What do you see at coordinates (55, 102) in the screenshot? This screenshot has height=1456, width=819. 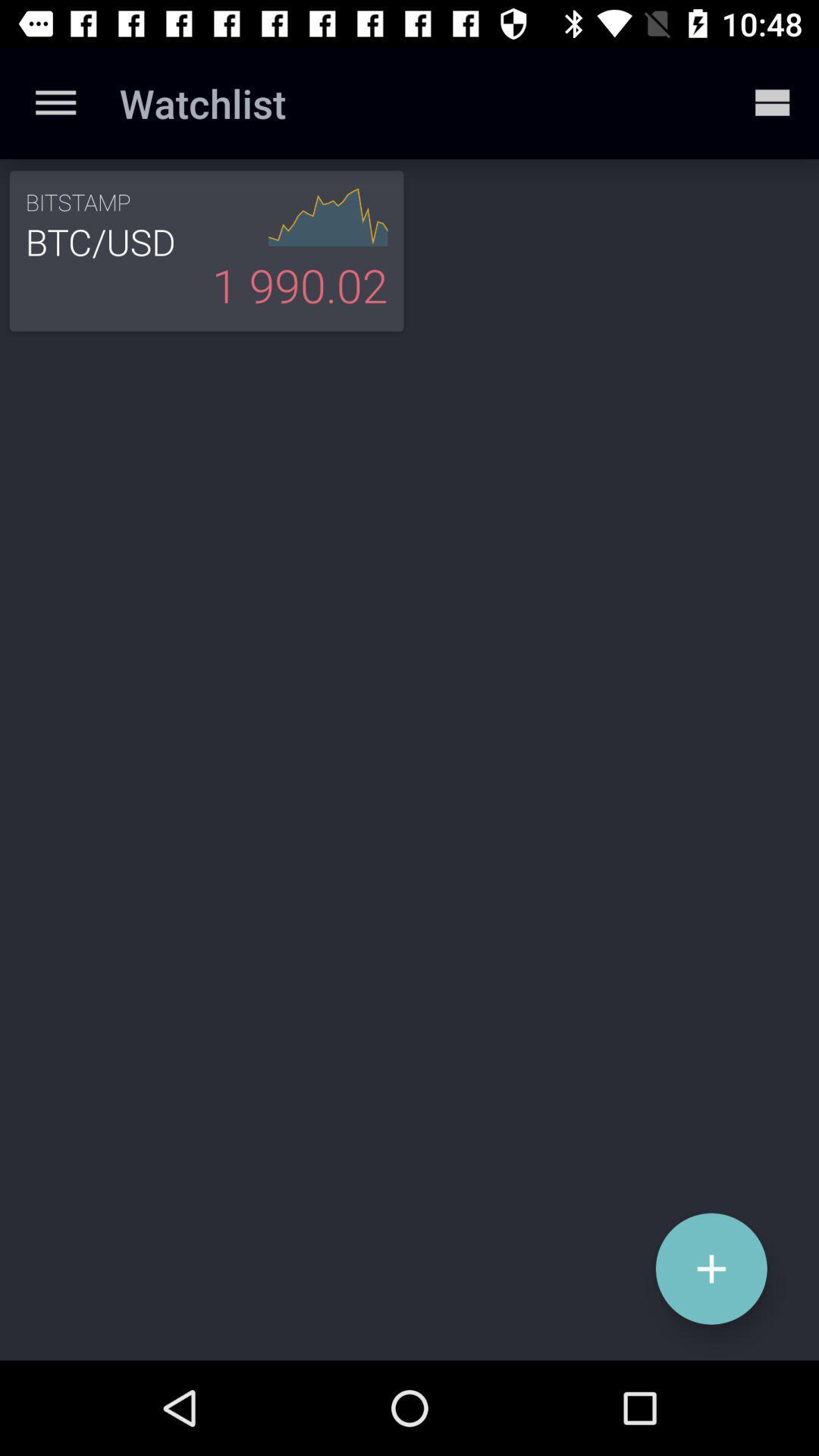 I see `item next to the watchlist` at bounding box center [55, 102].